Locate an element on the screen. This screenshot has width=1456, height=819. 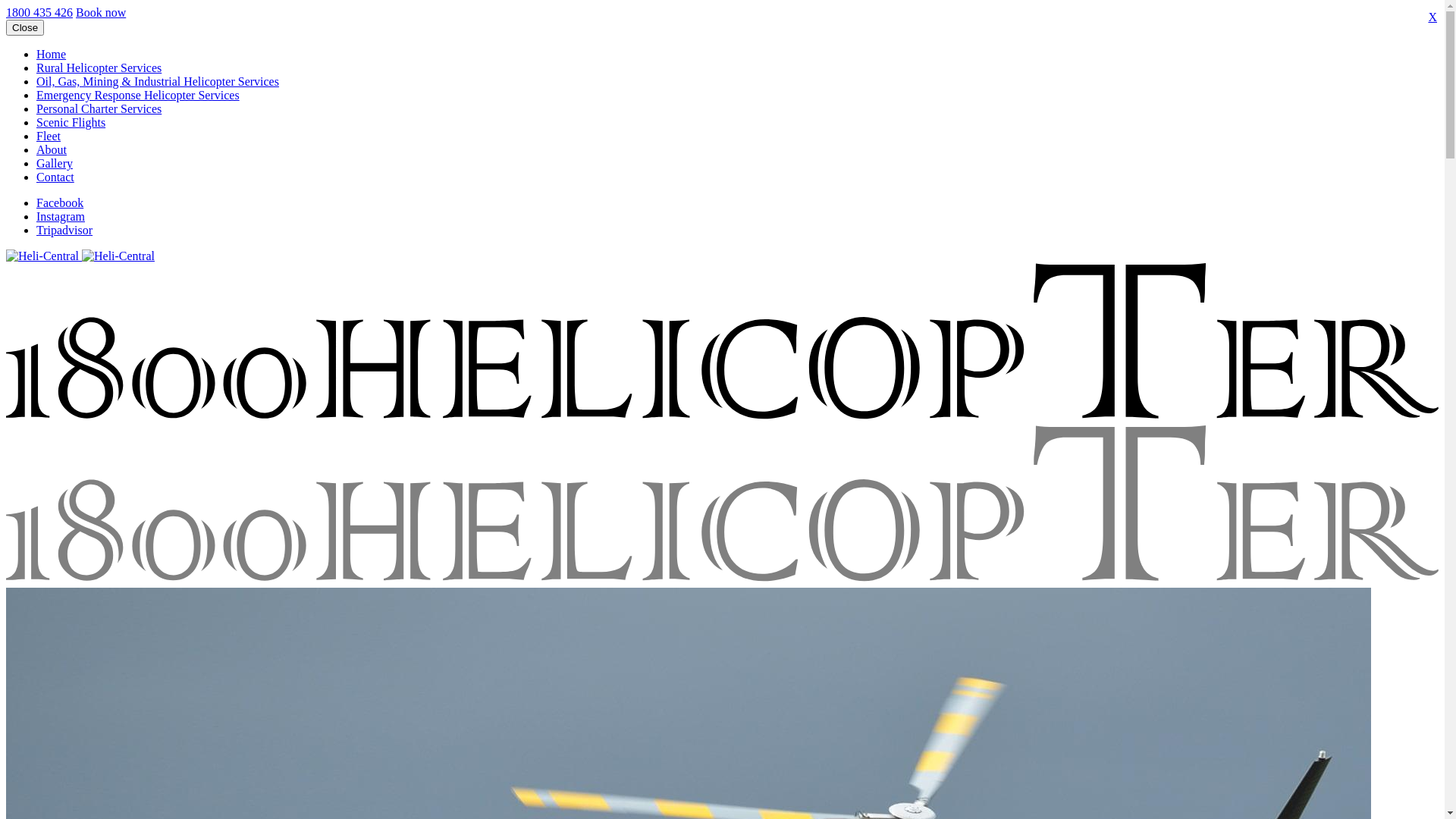
'Instagram' is located at coordinates (36, 216).